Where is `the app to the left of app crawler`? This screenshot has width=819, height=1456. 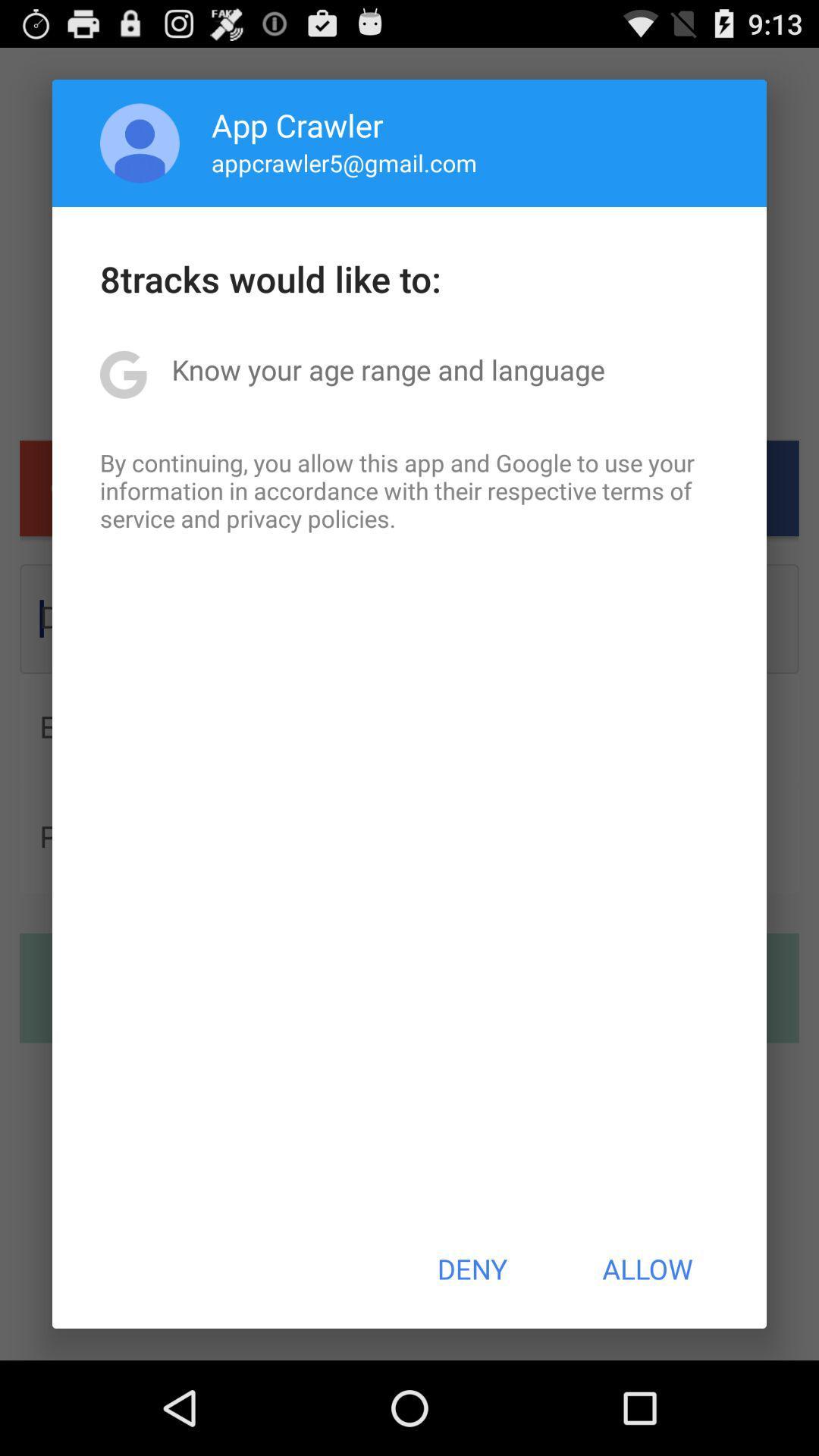 the app to the left of app crawler is located at coordinates (140, 143).